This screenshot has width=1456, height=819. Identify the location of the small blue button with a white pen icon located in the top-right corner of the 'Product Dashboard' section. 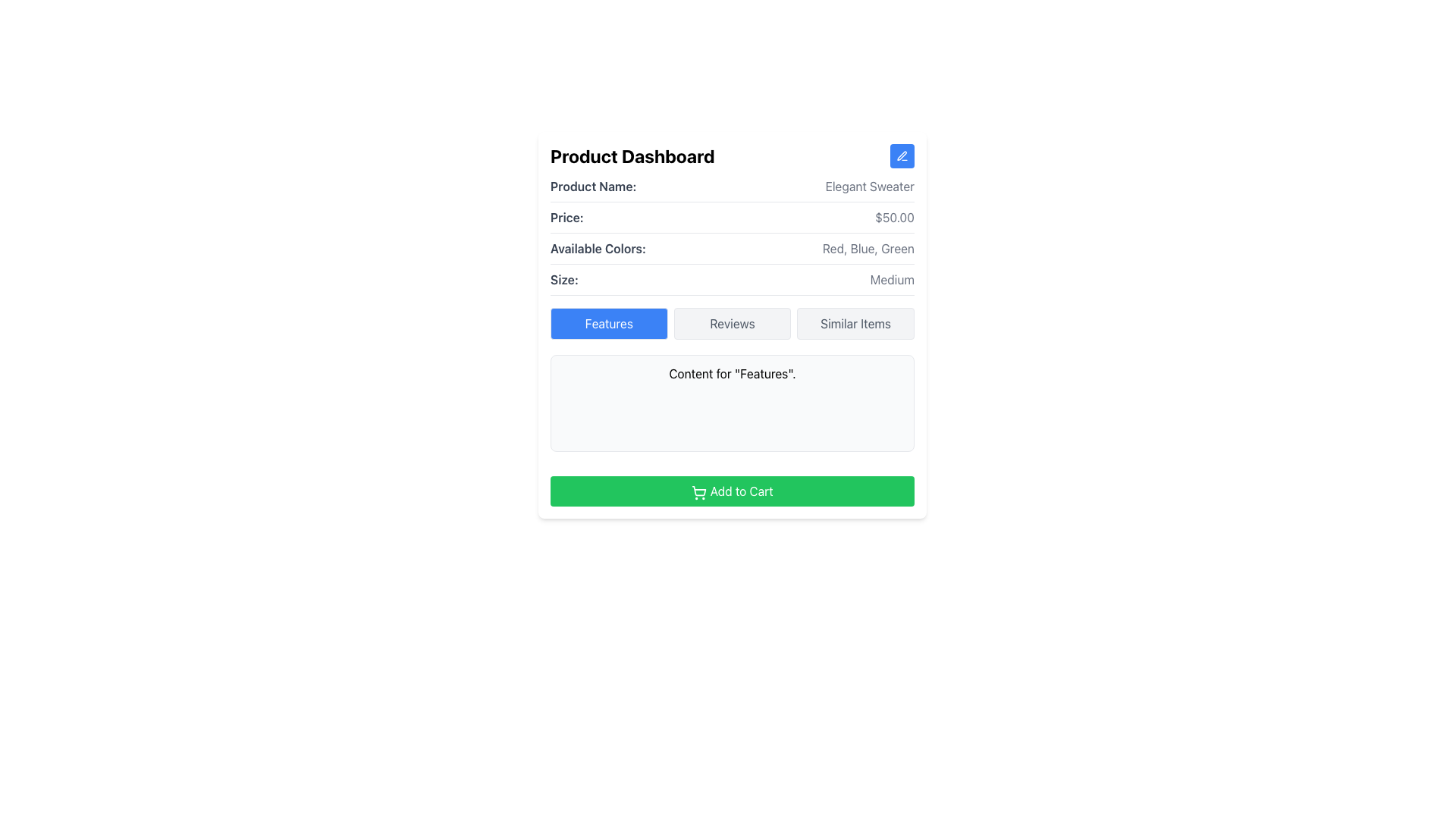
(902, 155).